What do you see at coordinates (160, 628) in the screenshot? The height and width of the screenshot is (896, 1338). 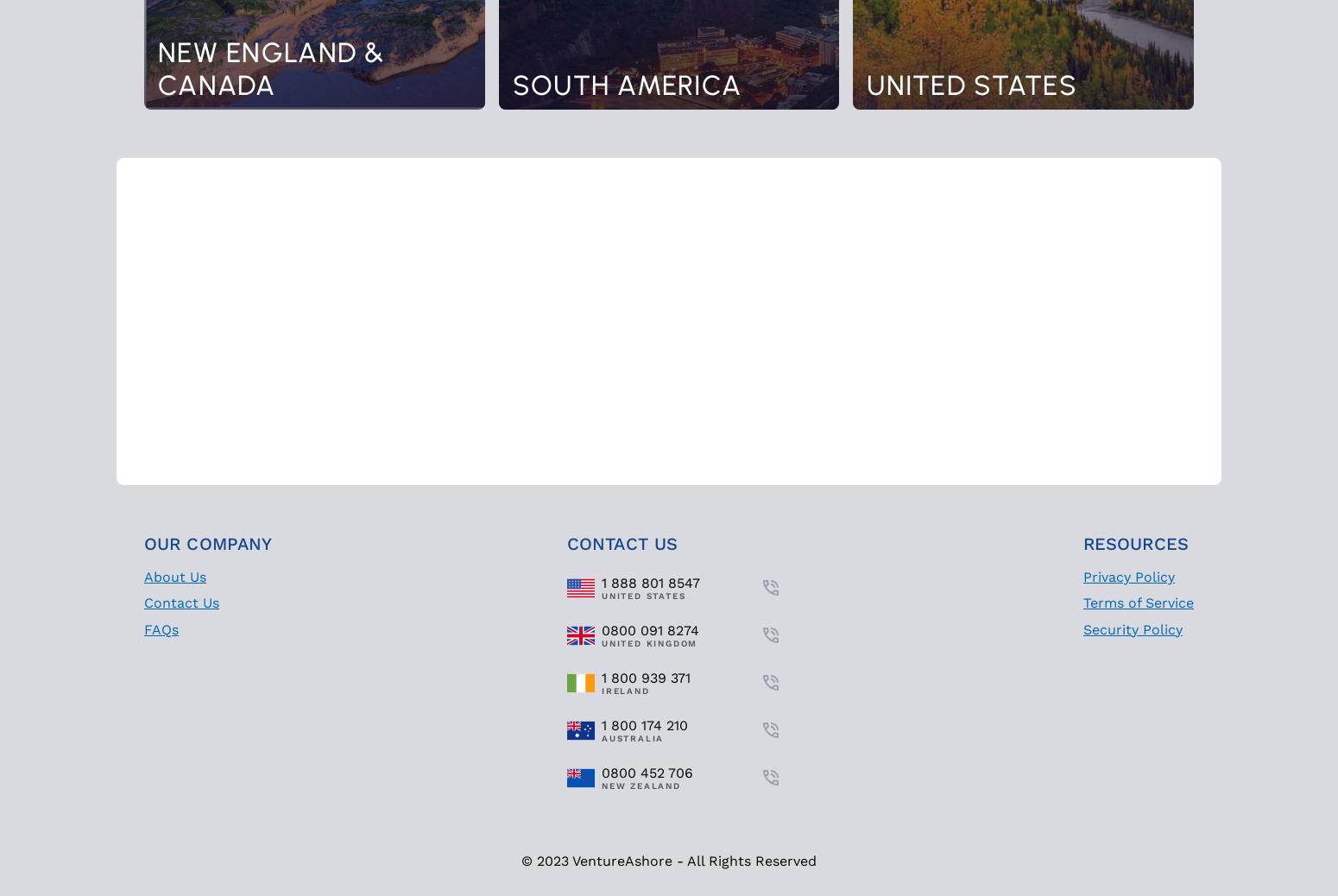 I see `'FAQs'` at bounding box center [160, 628].